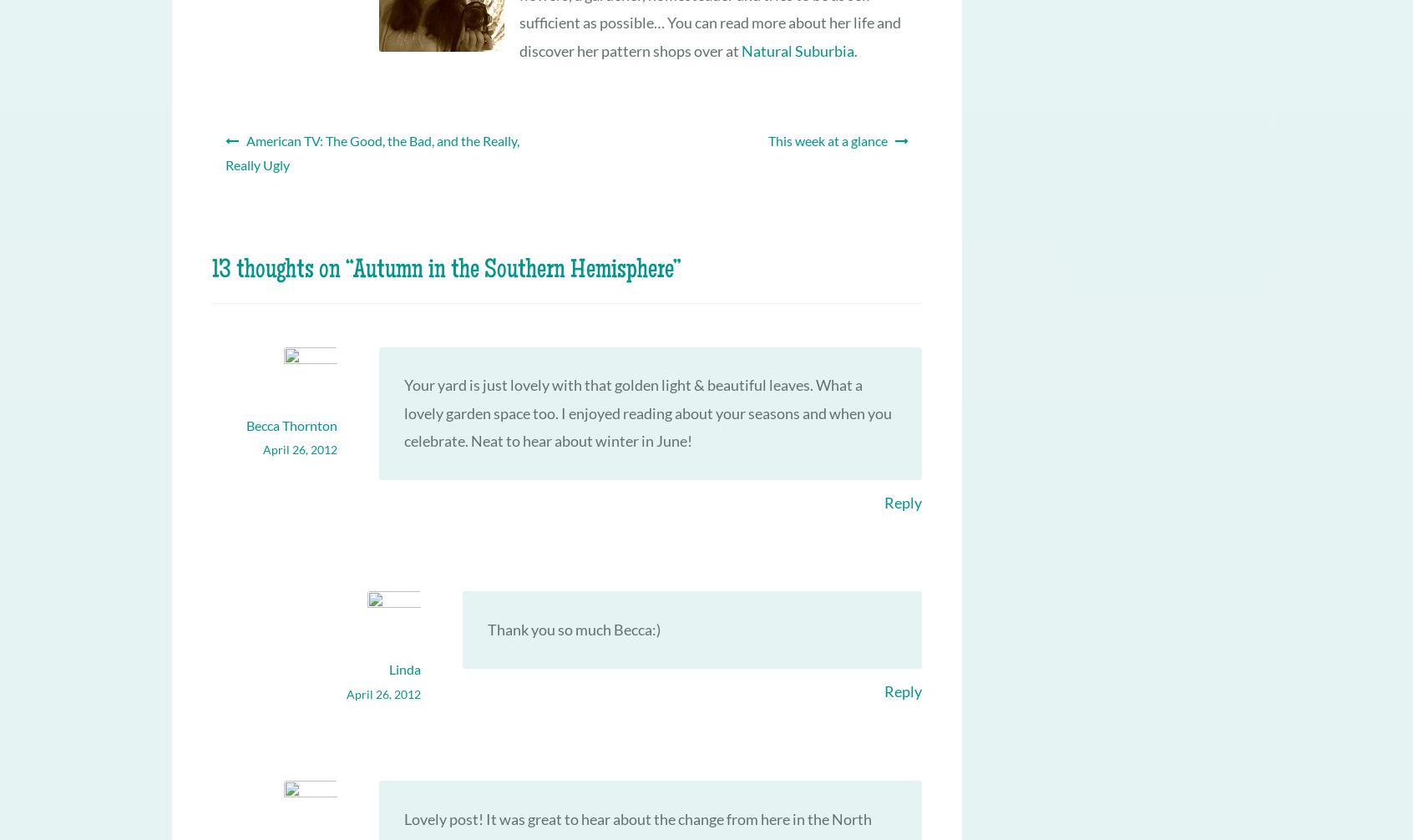  I want to click on 'Linda', so click(403, 668).